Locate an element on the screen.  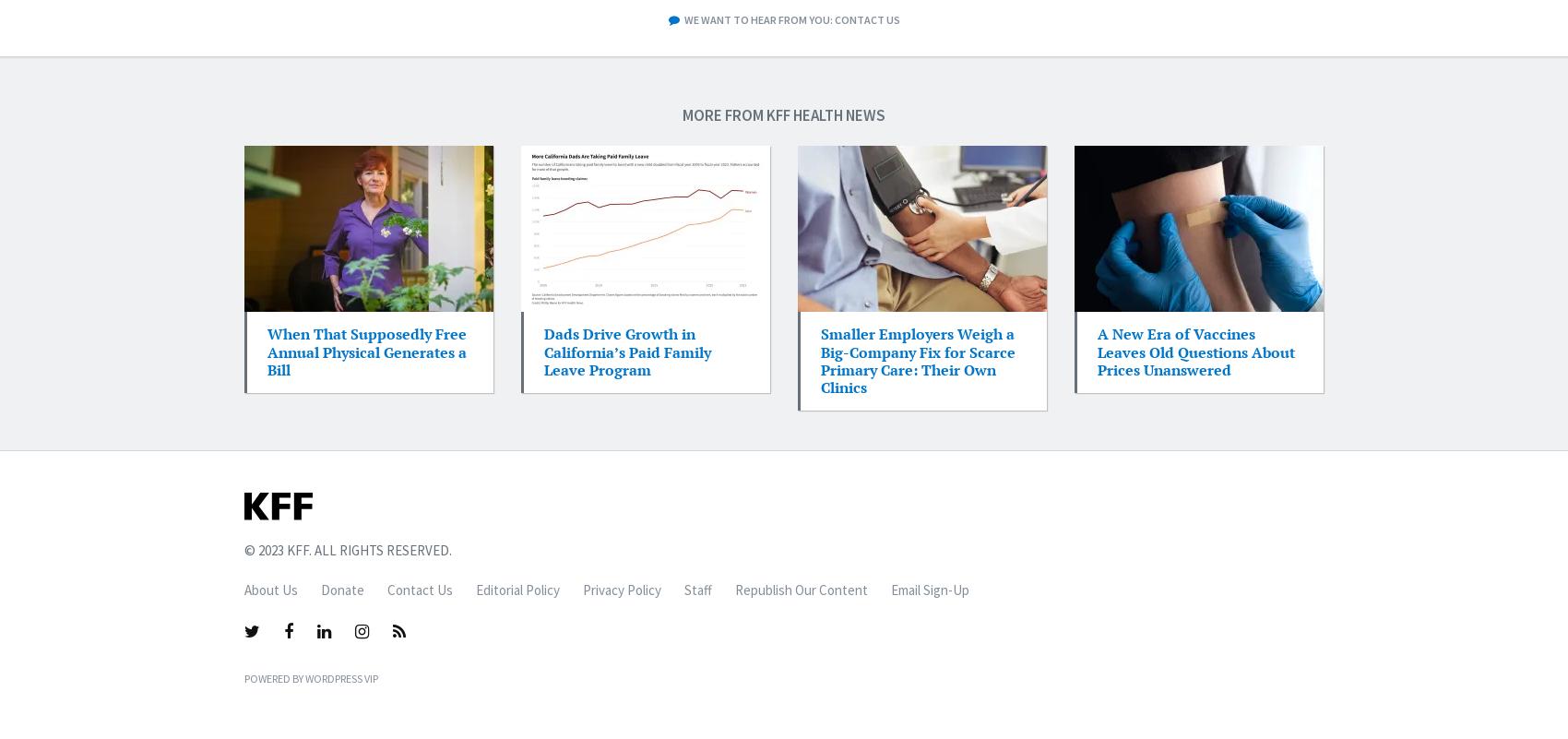
'Staff' is located at coordinates (697, 589).